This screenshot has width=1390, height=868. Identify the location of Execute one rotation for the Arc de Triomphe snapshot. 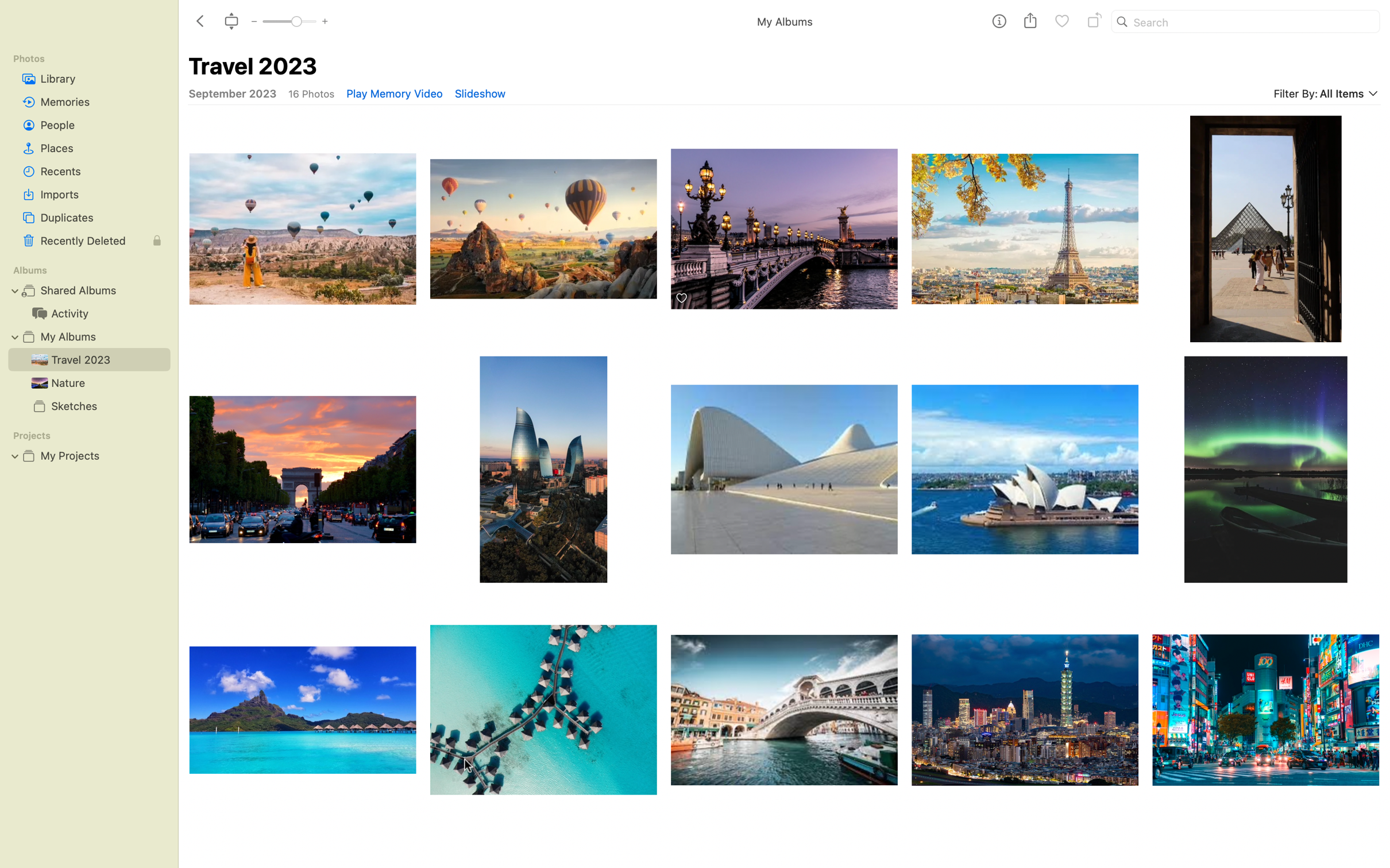
(300, 470).